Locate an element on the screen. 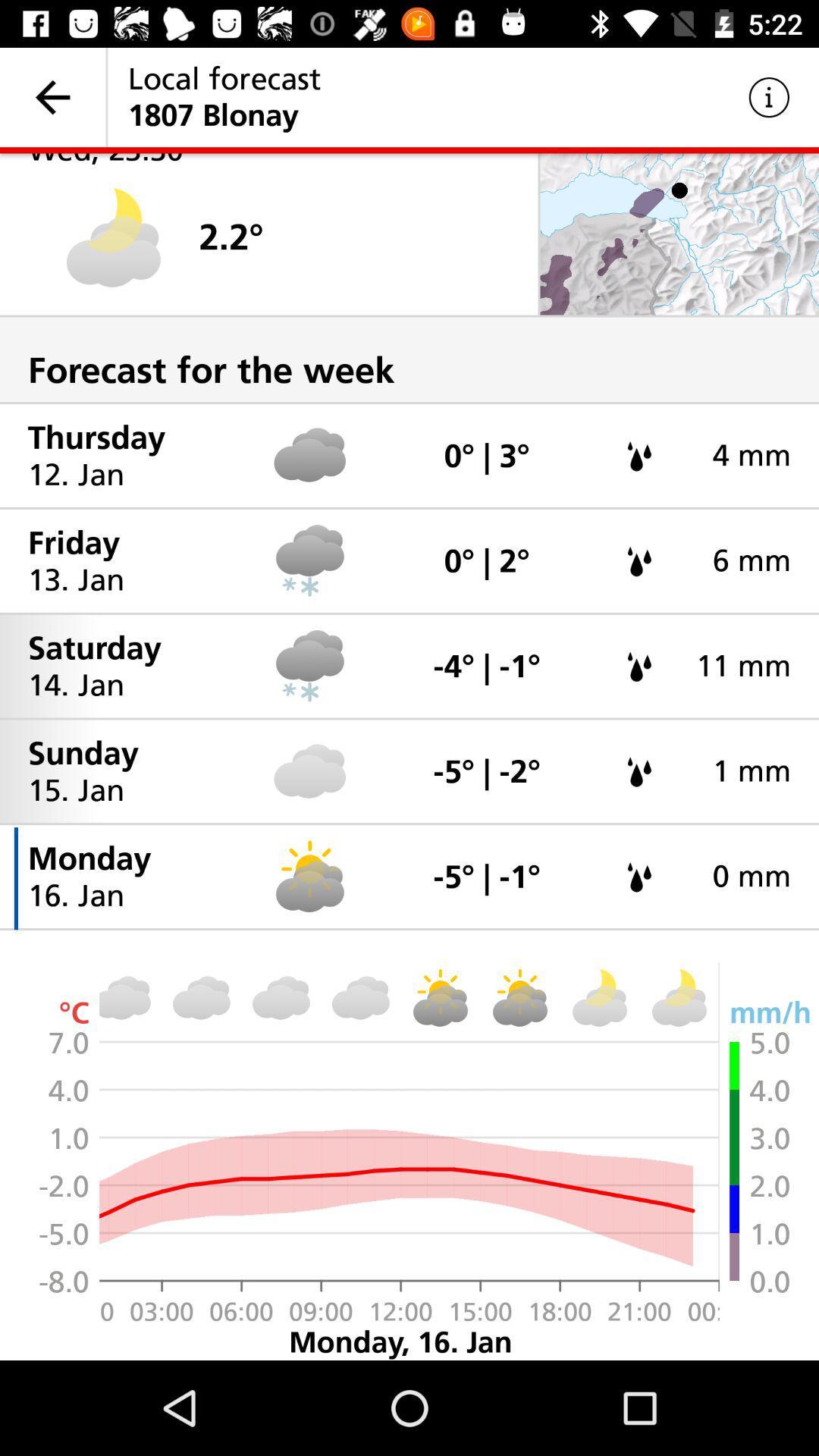 The image size is (819, 1456). icon next to local forecast item is located at coordinates (769, 96).